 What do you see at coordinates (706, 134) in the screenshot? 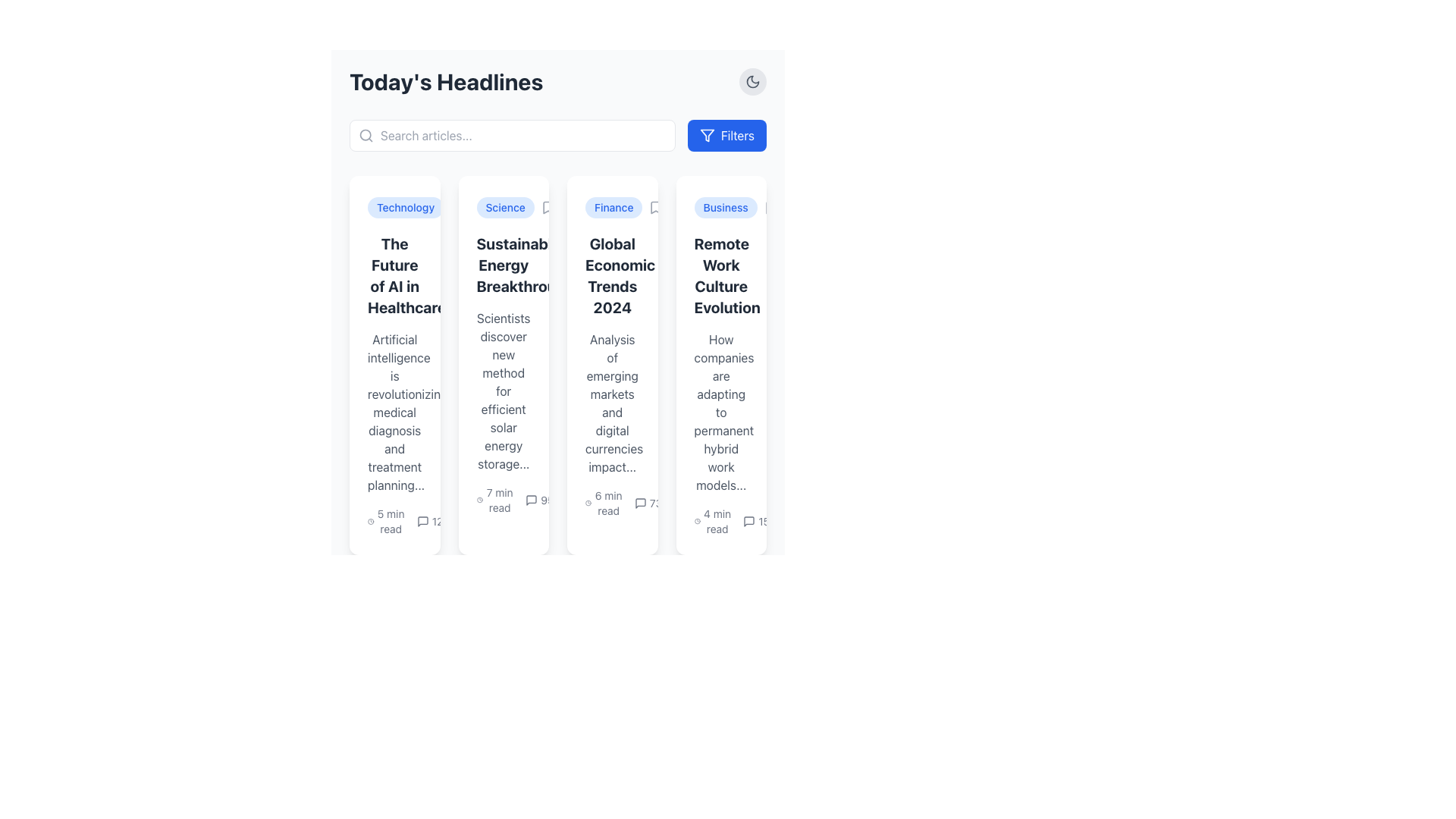
I see `the funnel SVG icon within the blue 'Filters' button located in the top-right section of the interface` at bounding box center [706, 134].